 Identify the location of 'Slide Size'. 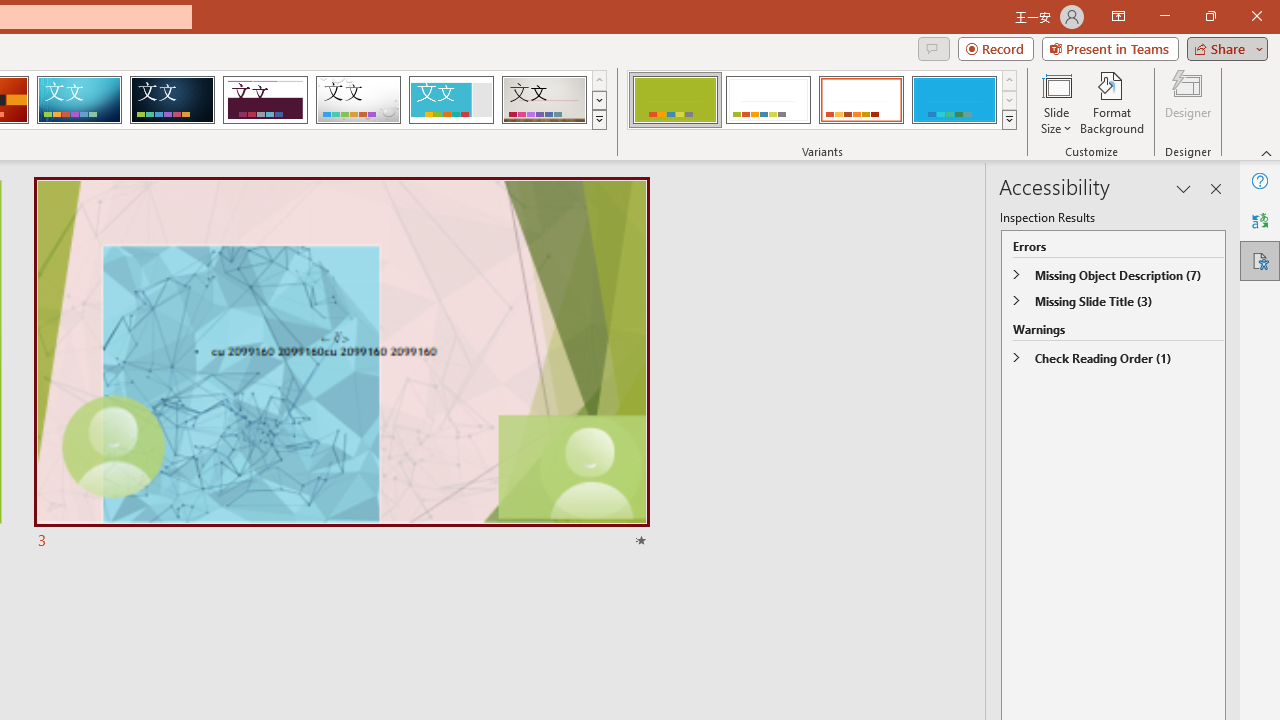
(1055, 103).